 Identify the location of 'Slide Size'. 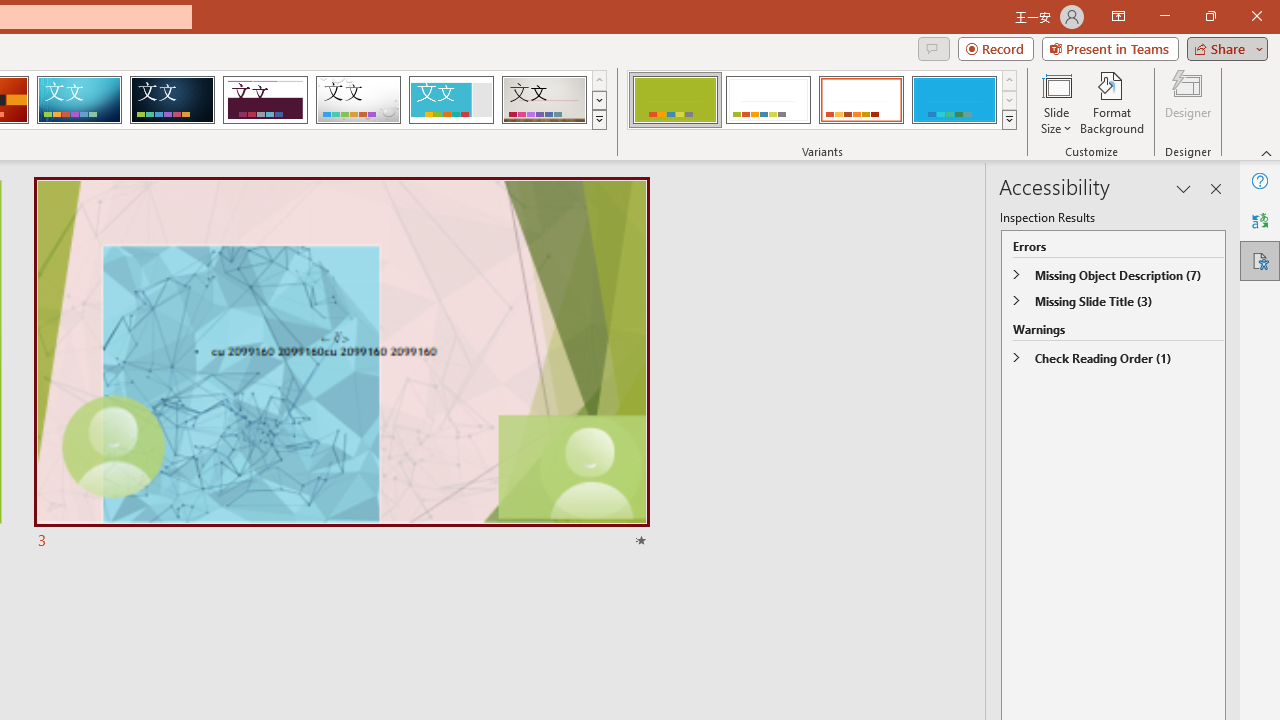
(1055, 103).